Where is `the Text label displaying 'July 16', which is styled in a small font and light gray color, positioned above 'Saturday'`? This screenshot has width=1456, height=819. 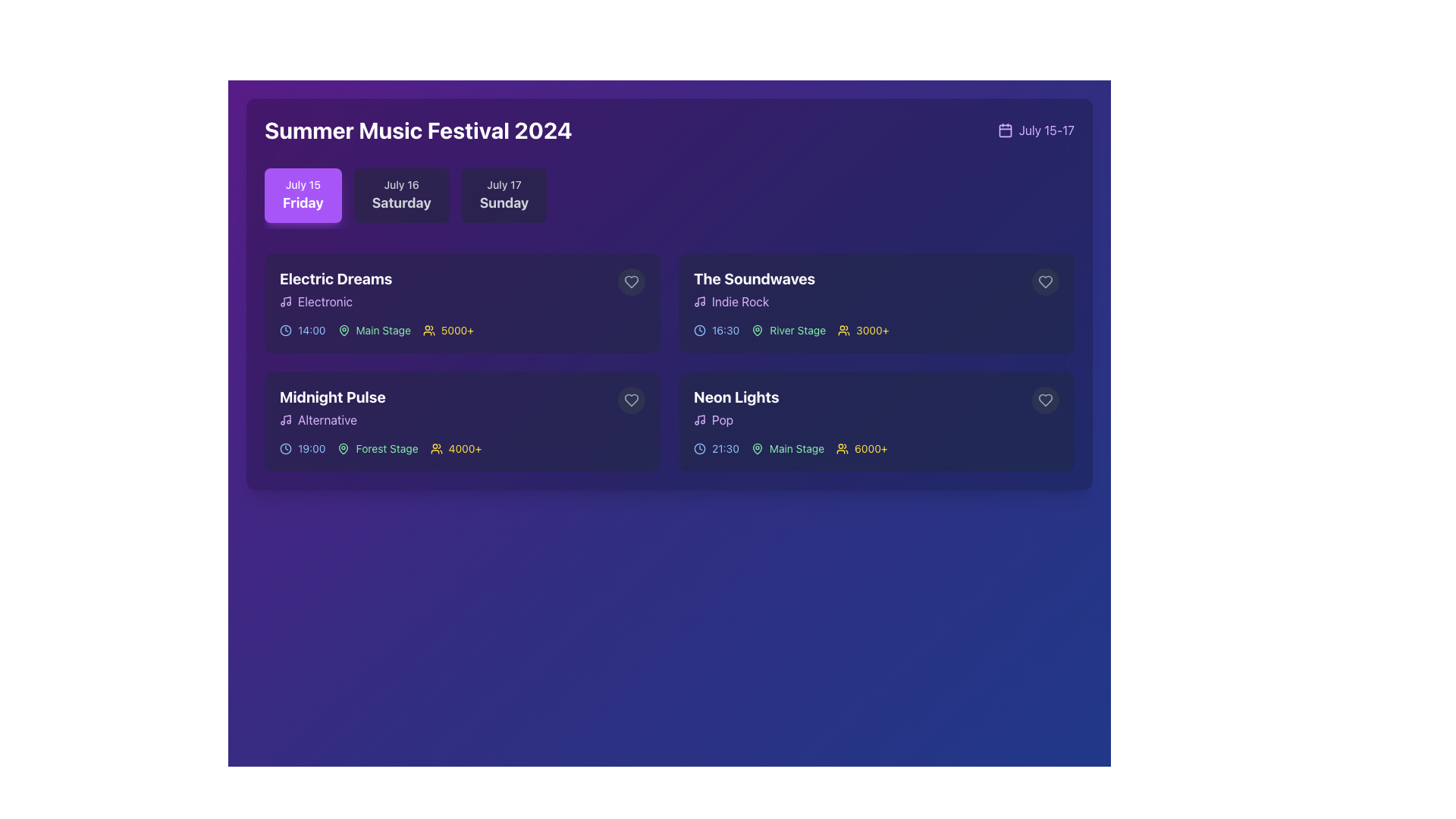 the Text label displaying 'July 16', which is styled in a small font and light gray color, positioned above 'Saturday' is located at coordinates (401, 184).